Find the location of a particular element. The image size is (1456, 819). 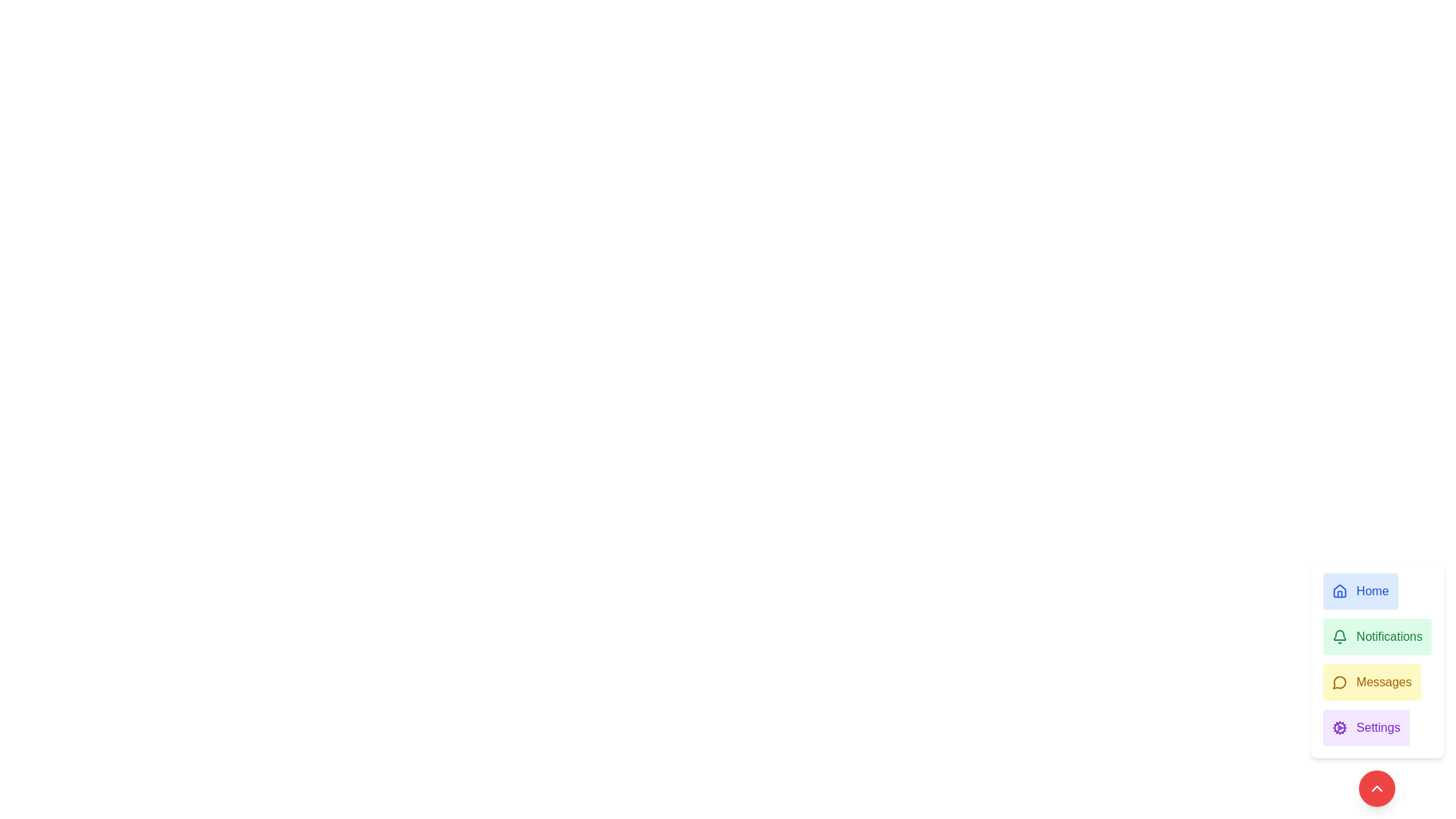

the 'Notifications' text button, which is styled in green text on a light green background and is located in the right-side floating navigation menu, directly below the blue 'Home' button is located at coordinates (1389, 637).